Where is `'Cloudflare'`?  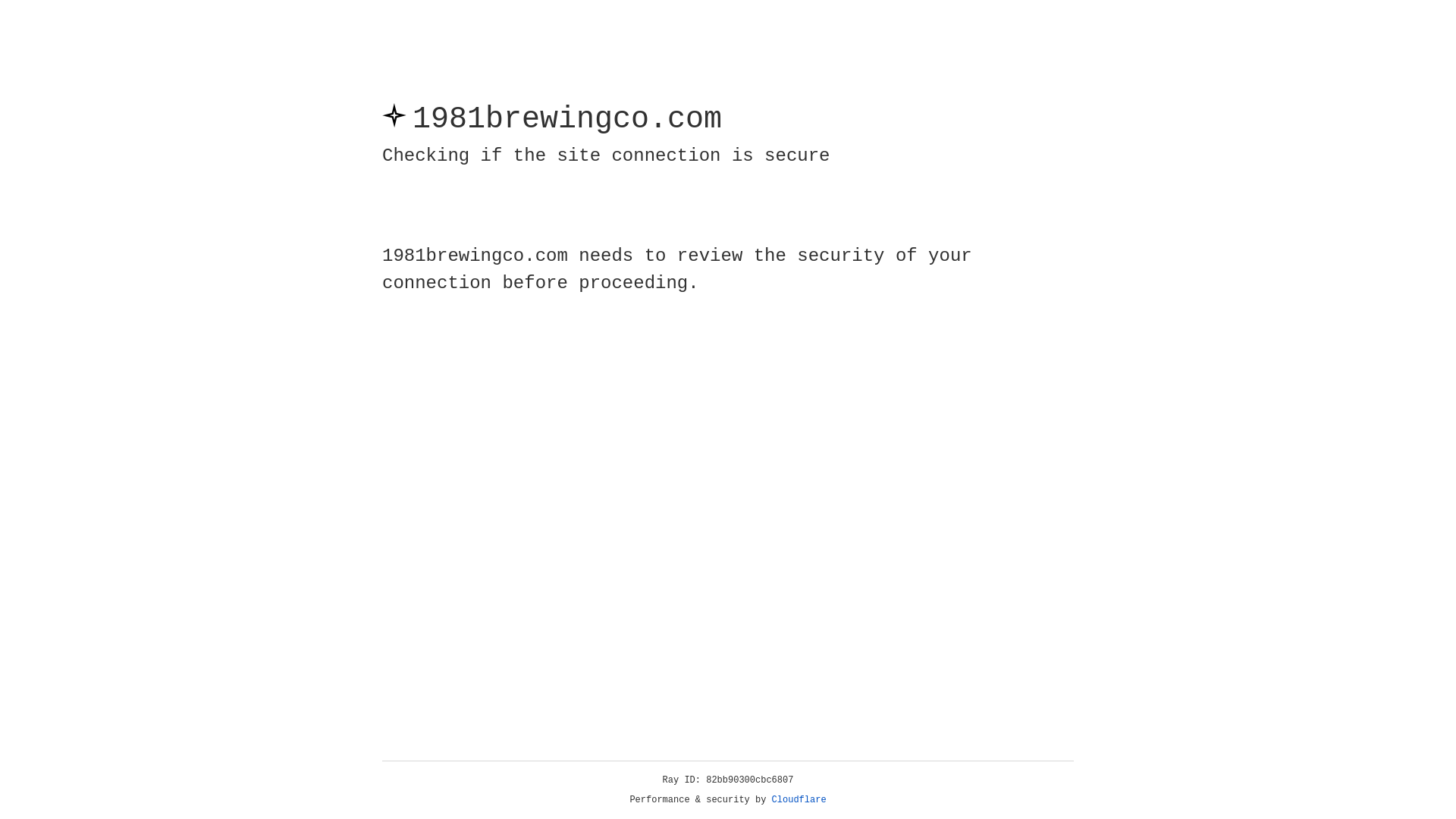 'Cloudflare' is located at coordinates (771, 799).